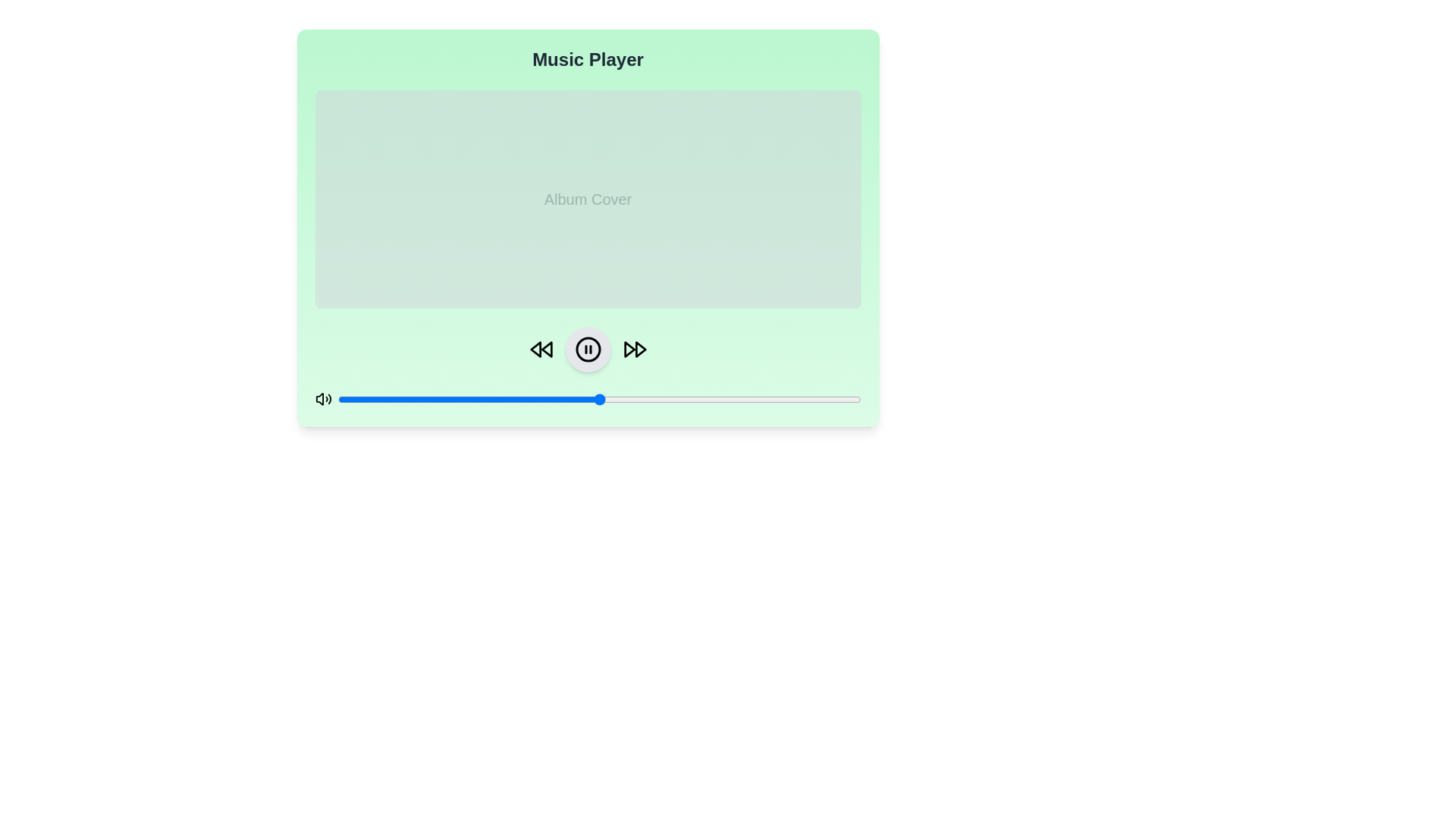  Describe the element at coordinates (587, 350) in the screenshot. I see `the pause button in the music player interface, which is centrally positioned among control buttons and is flanked by rewind and fast-forward buttons` at that location.